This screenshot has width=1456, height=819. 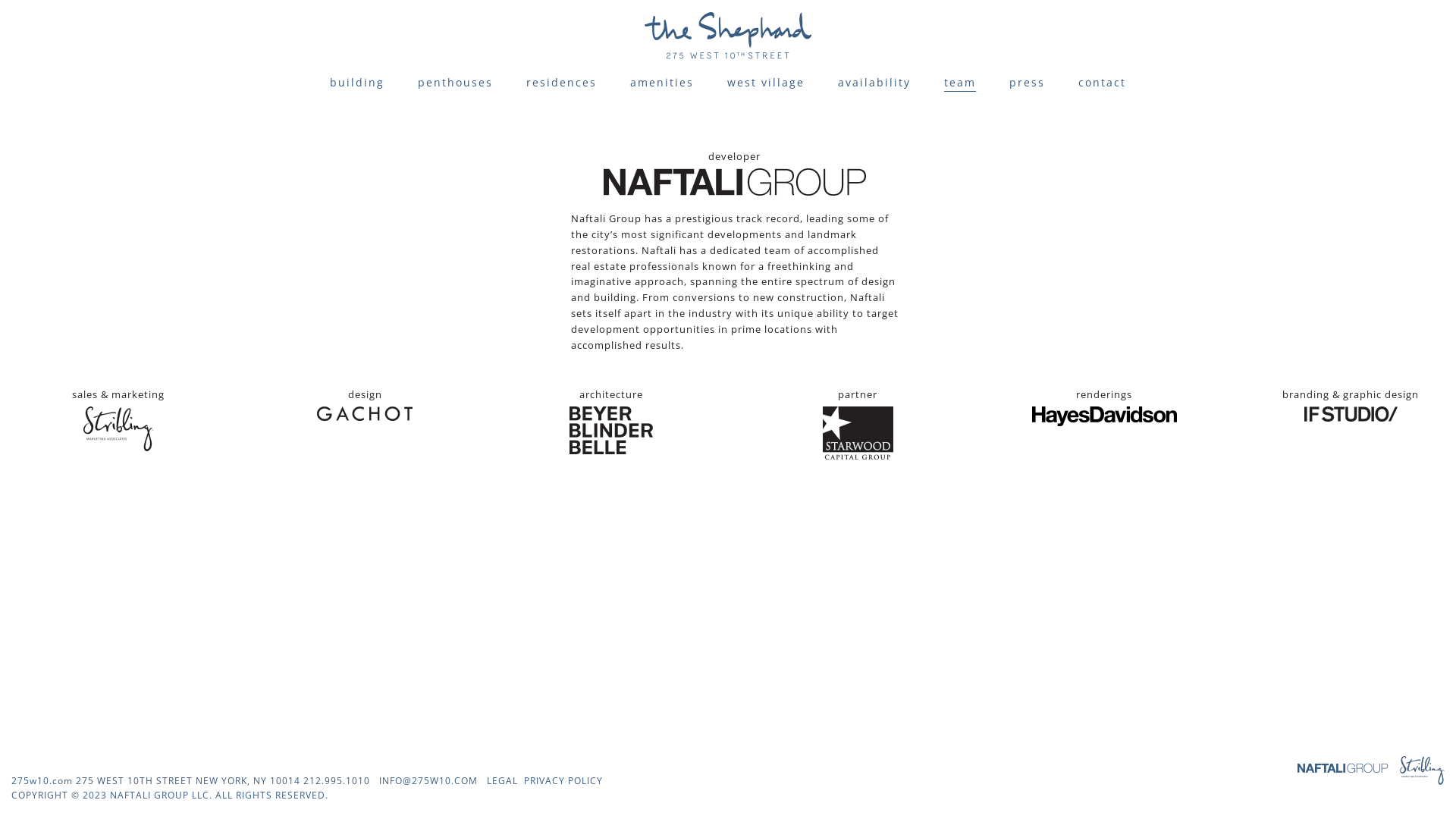 What do you see at coordinates (526, 82) in the screenshot?
I see `'residences'` at bounding box center [526, 82].